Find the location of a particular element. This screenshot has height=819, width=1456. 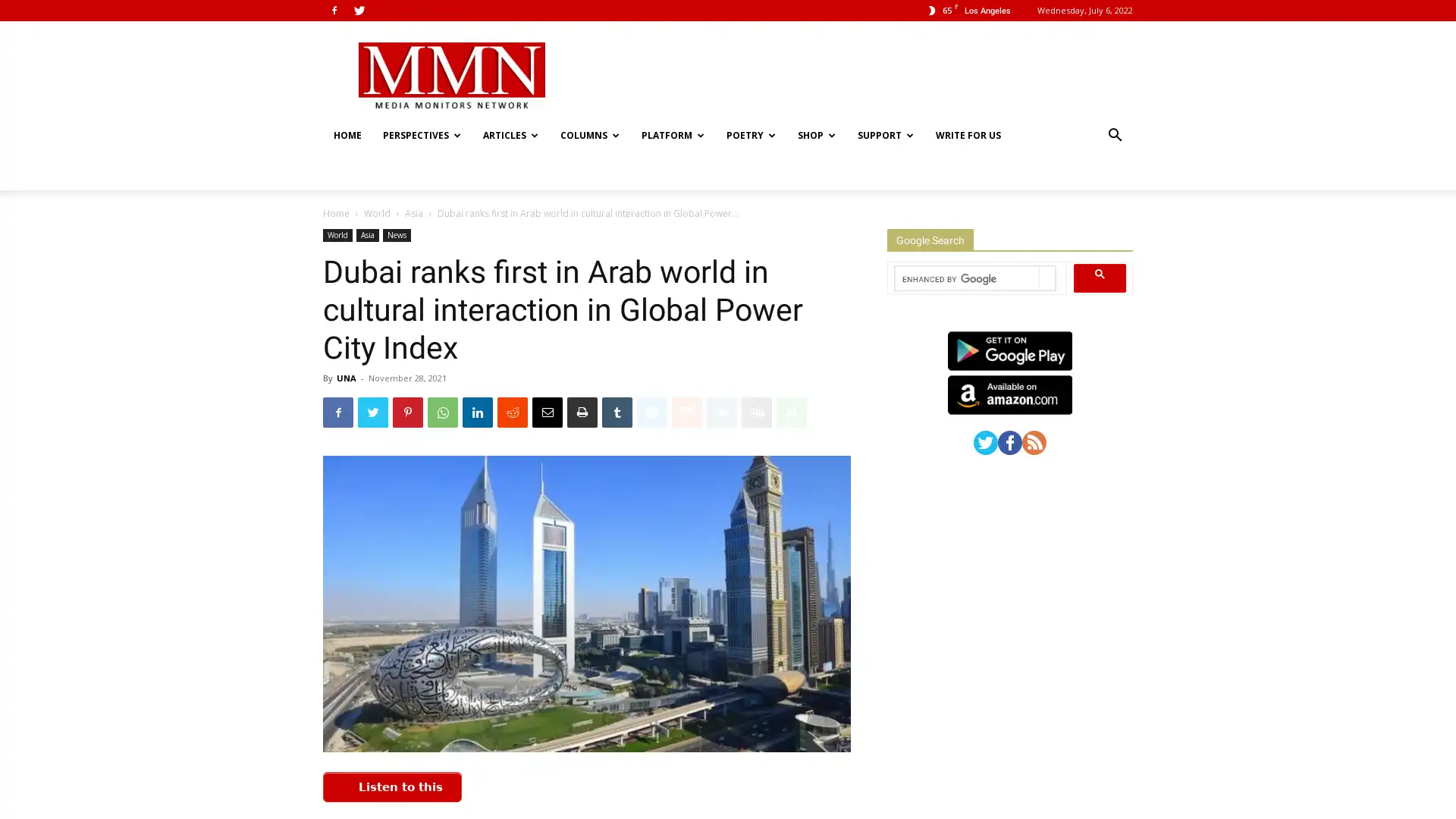

search is located at coordinates (1100, 241).